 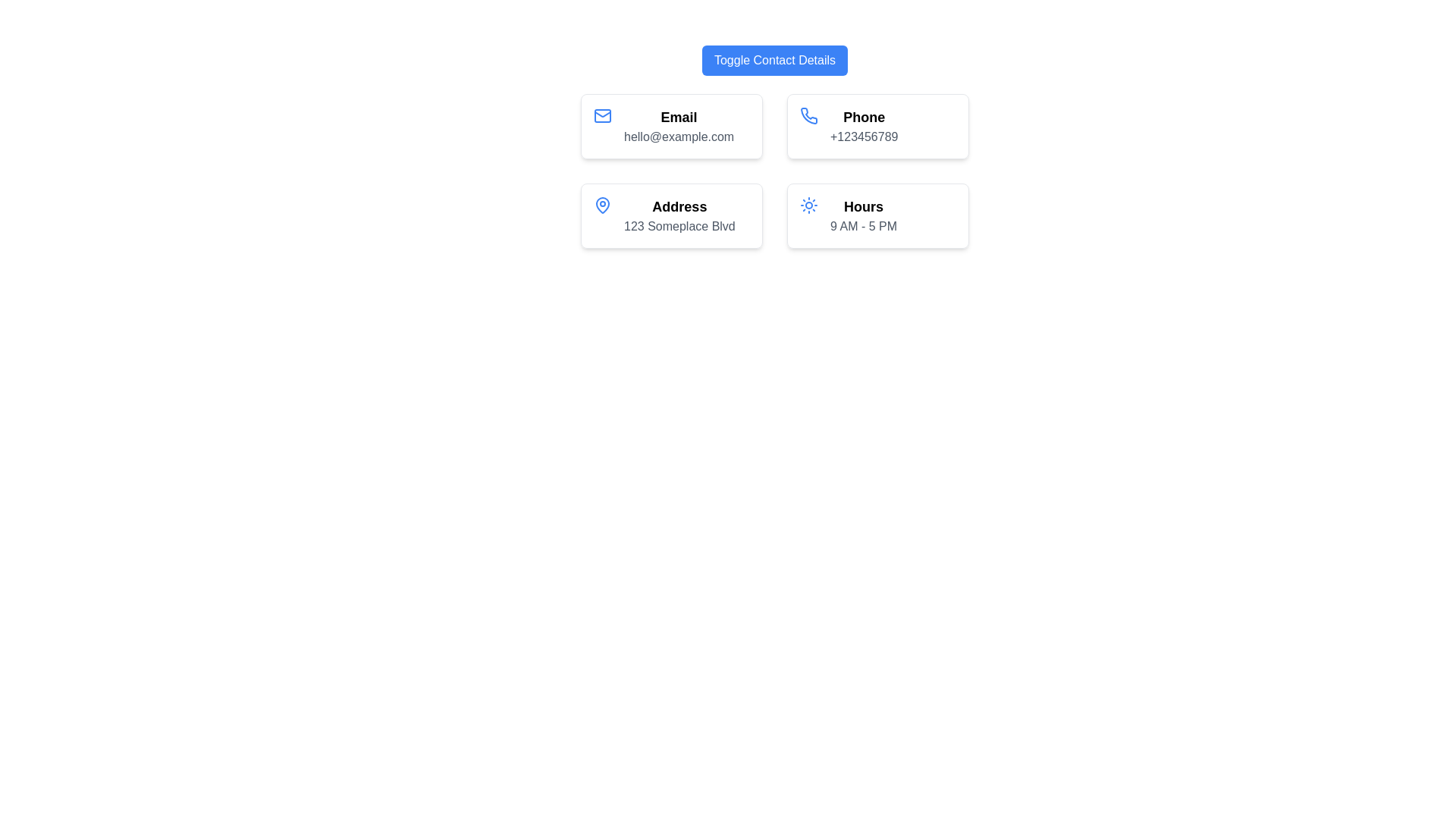 What do you see at coordinates (602, 115) in the screenshot?
I see `the email icon located in the top-left card of a four-card grid layout` at bounding box center [602, 115].